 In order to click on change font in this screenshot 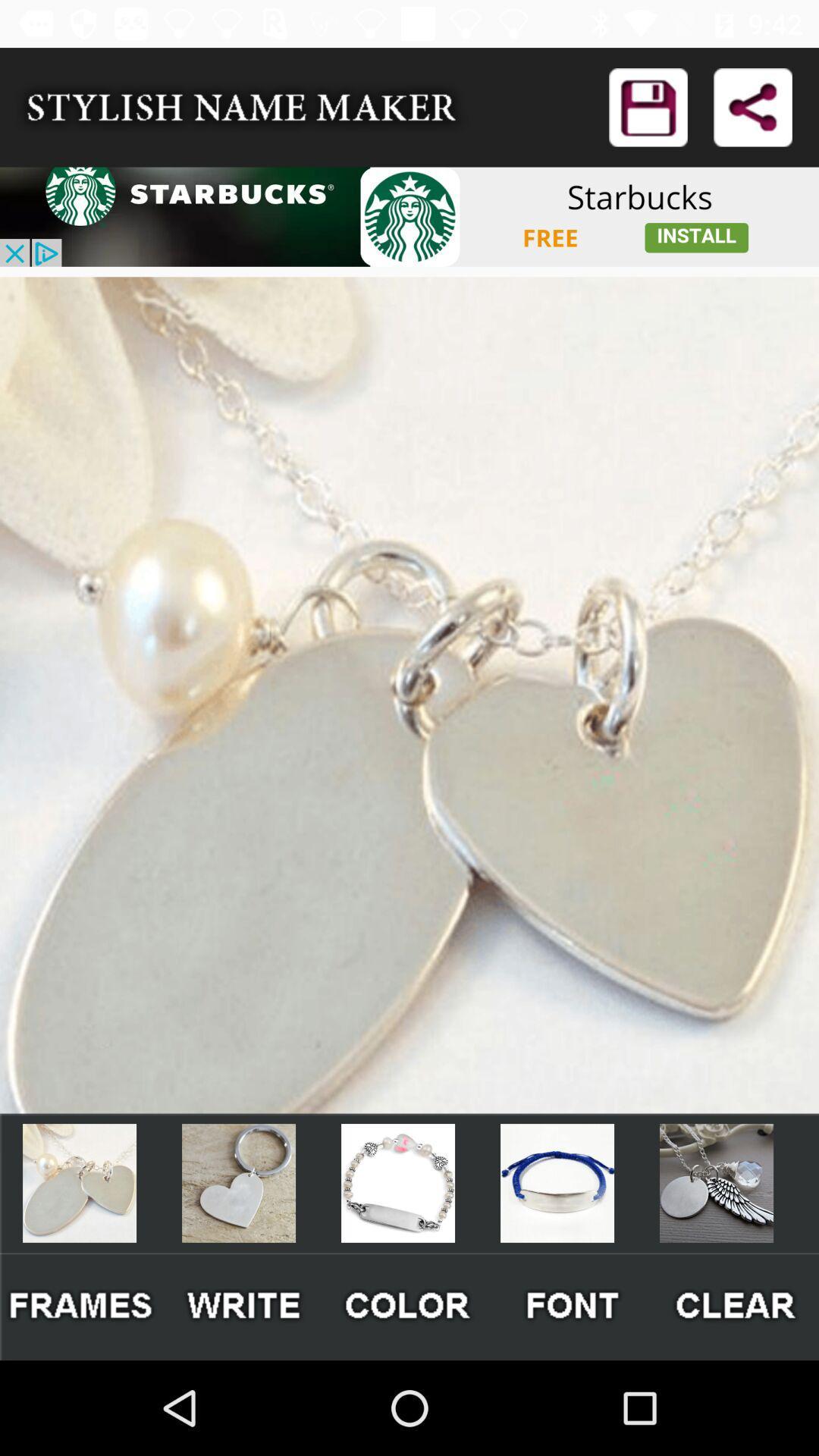, I will do `click(573, 1306)`.